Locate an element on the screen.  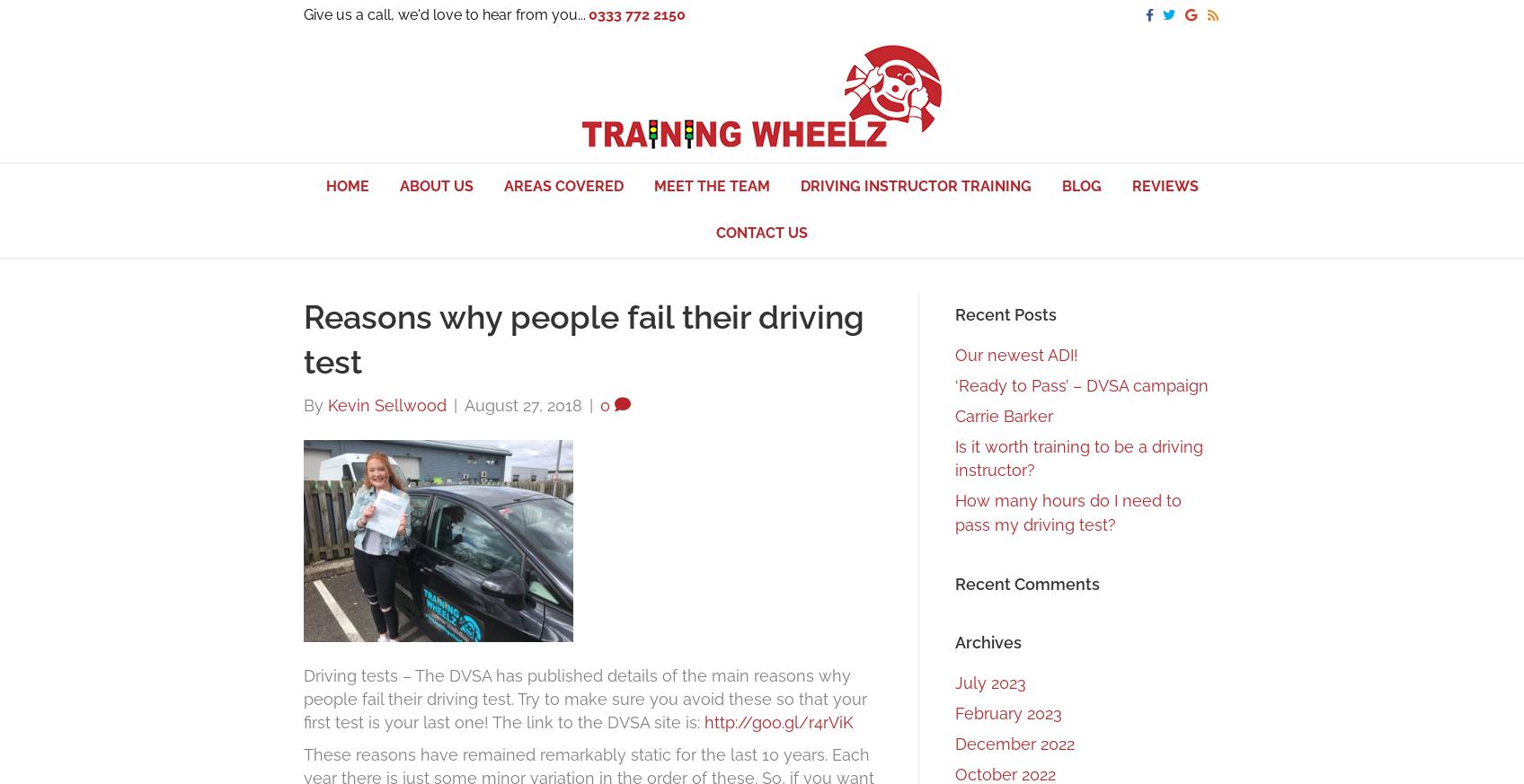
'August 27, 2018' is located at coordinates (523, 404).